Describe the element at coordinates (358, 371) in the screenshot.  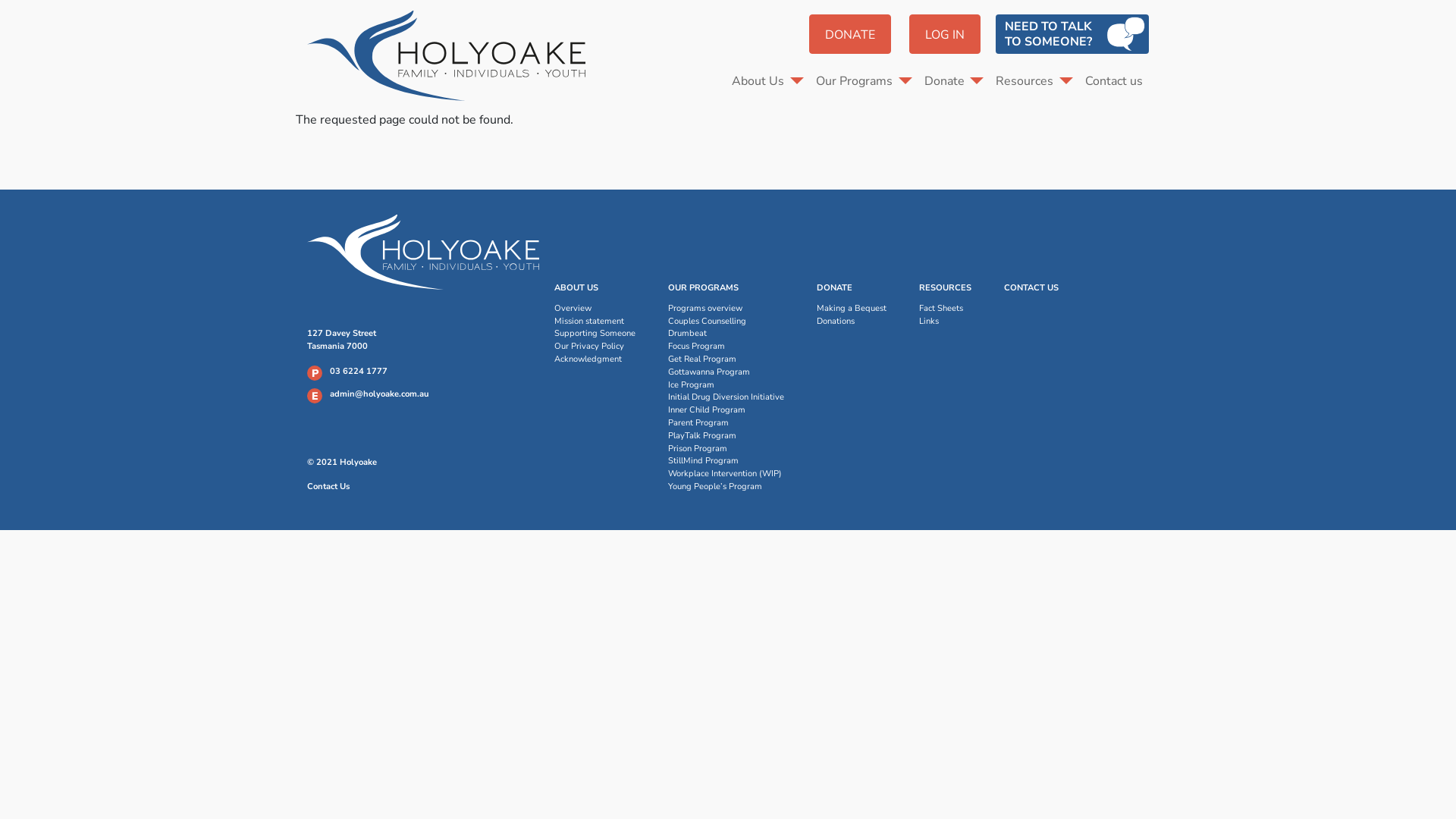
I see `'03 6224 1777'` at that location.